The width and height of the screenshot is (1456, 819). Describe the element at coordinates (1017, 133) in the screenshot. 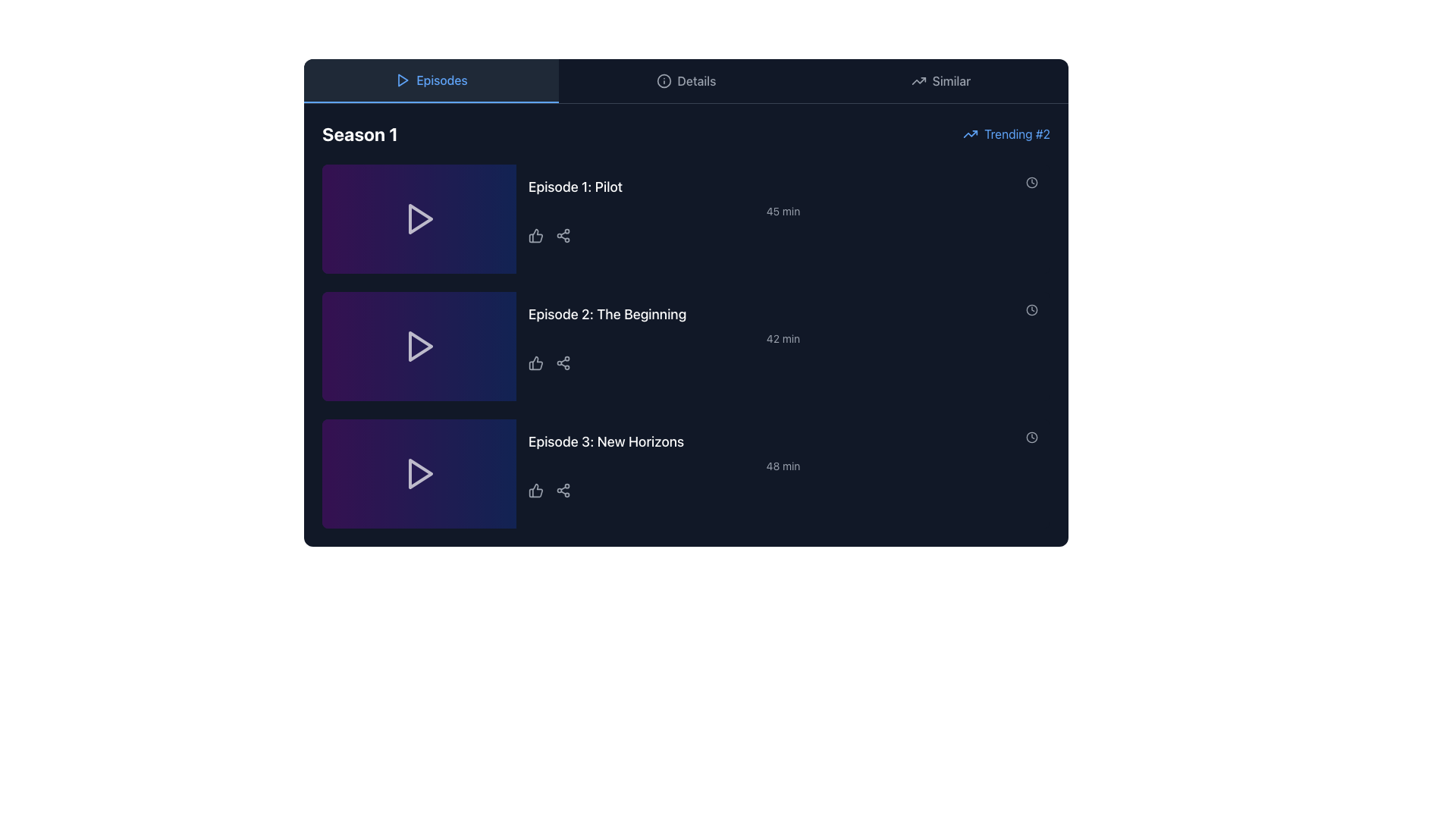

I see `the static label displaying 'Trending #2' in light blue font located in the top-right corner of the panel, adjacent to the trending upward arrow icon` at that location.